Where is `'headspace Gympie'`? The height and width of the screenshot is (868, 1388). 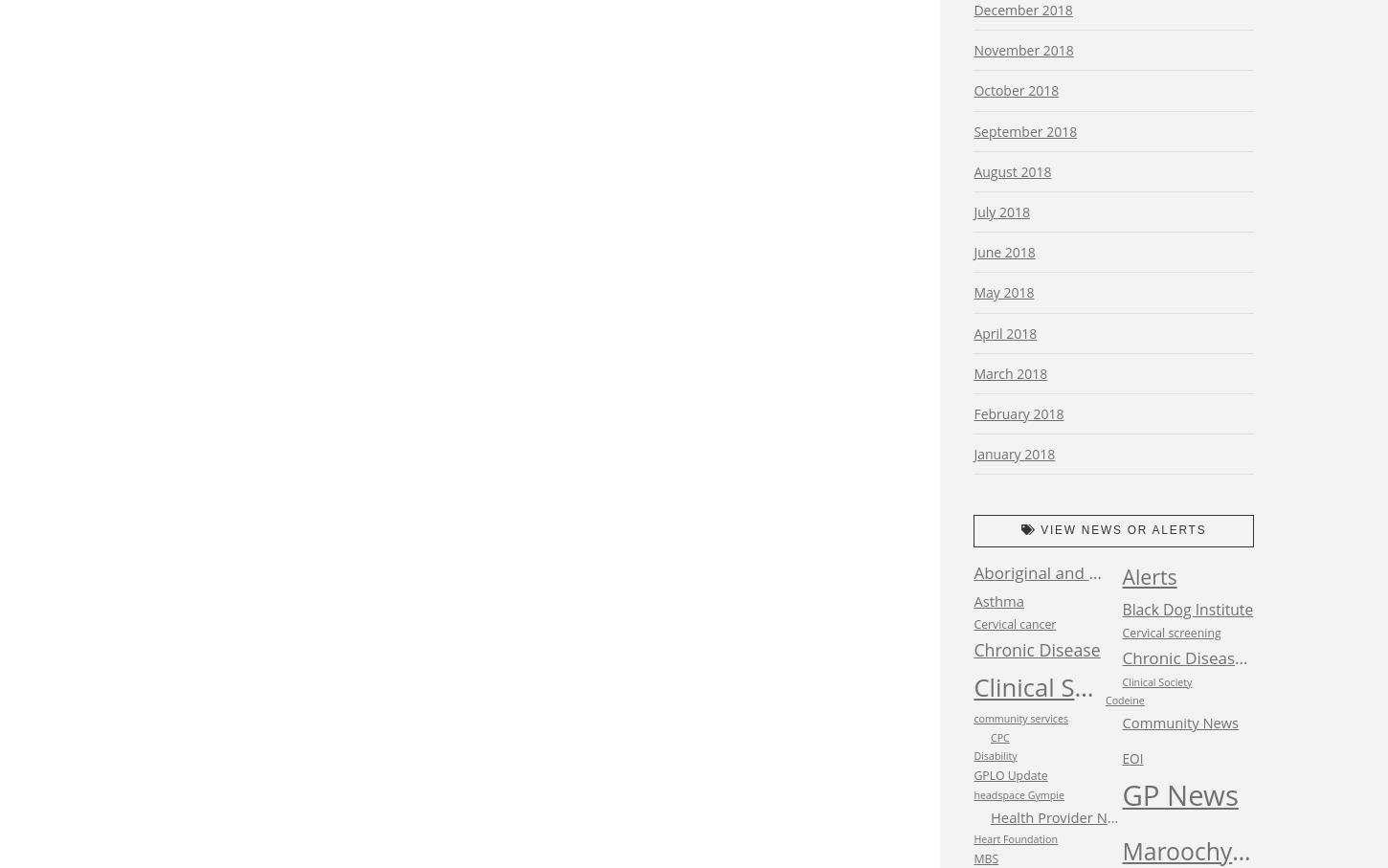
'headspace Gympie' is located at coordinates (974, 793).